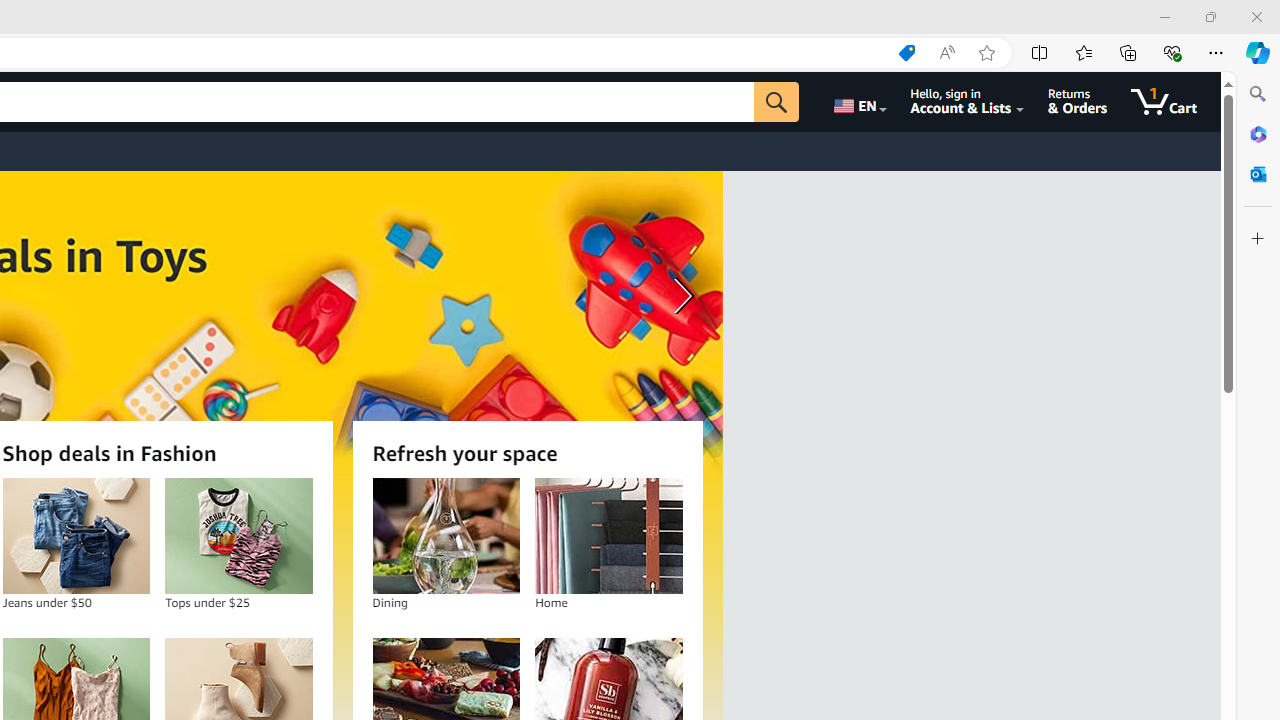  Describe the element at coordinates (76, 535) in the screenshot. I see `'Jeans under $50'` at that location.